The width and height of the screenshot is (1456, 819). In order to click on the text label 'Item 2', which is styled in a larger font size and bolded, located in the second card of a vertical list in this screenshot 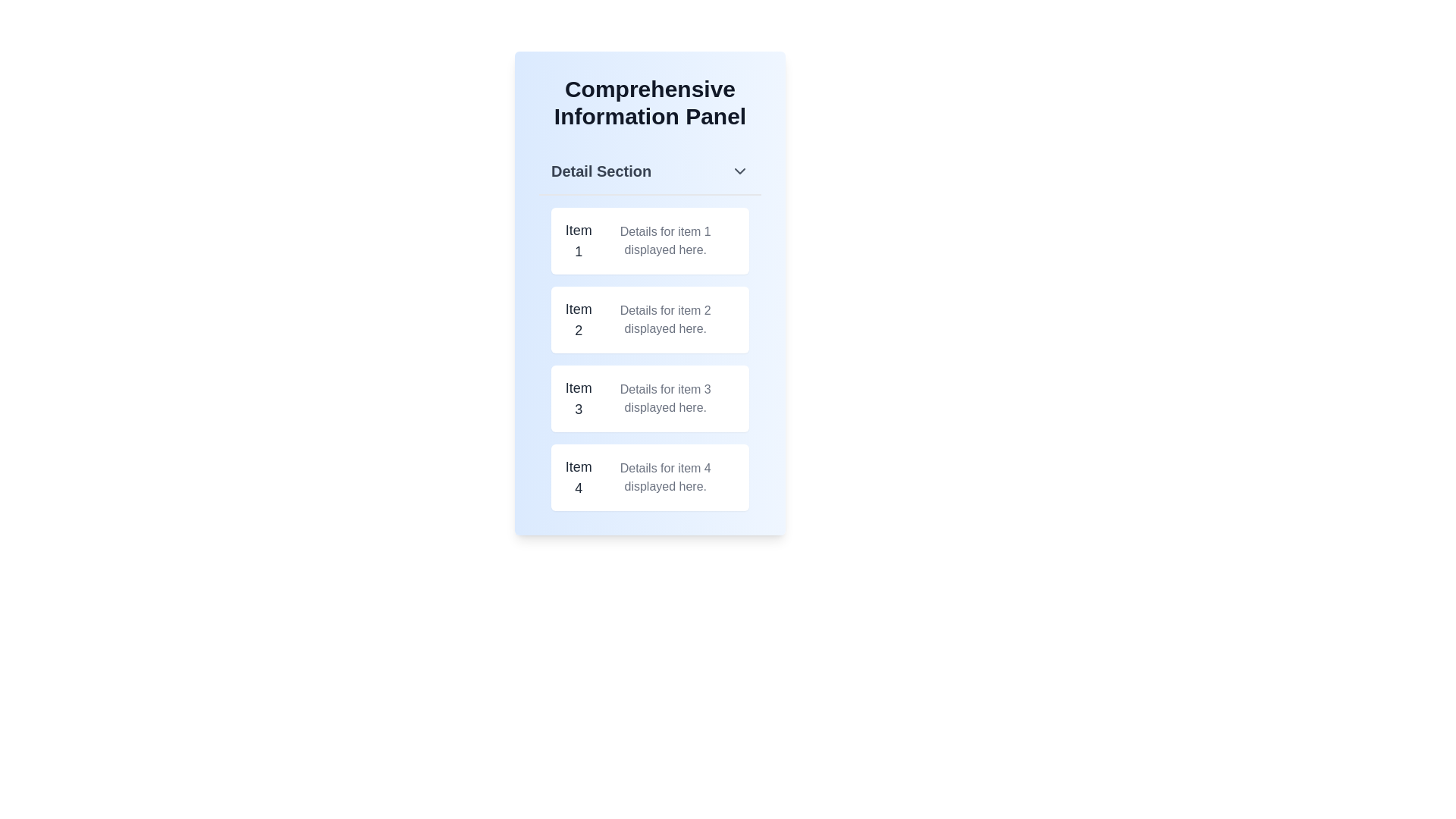, I will do `click(578, 318)`.